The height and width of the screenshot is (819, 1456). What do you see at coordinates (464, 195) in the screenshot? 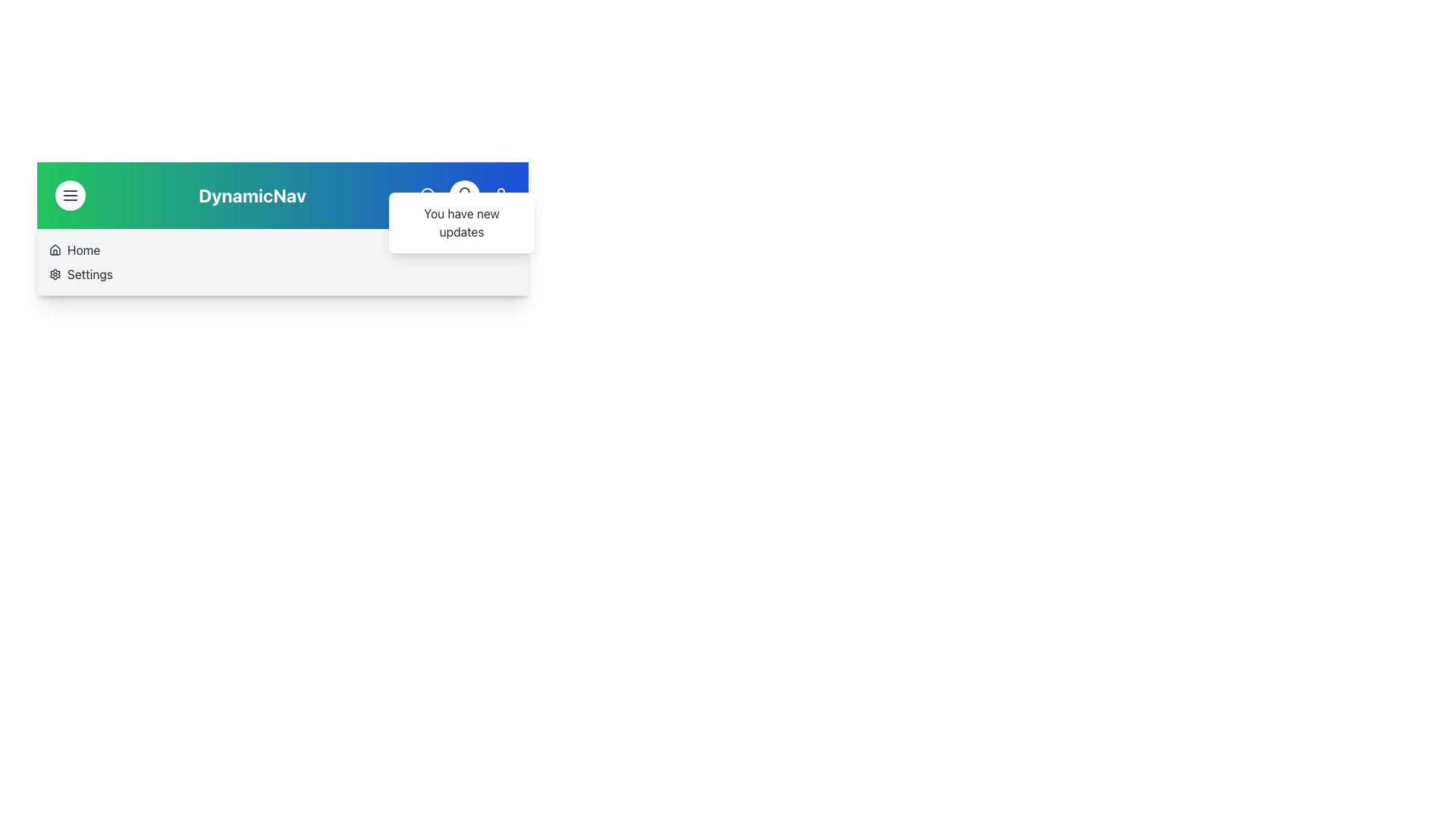
I see `the circular notification button with a bell icon located in the top-right corner of the navigation bar` at bounding box center [464, 195].